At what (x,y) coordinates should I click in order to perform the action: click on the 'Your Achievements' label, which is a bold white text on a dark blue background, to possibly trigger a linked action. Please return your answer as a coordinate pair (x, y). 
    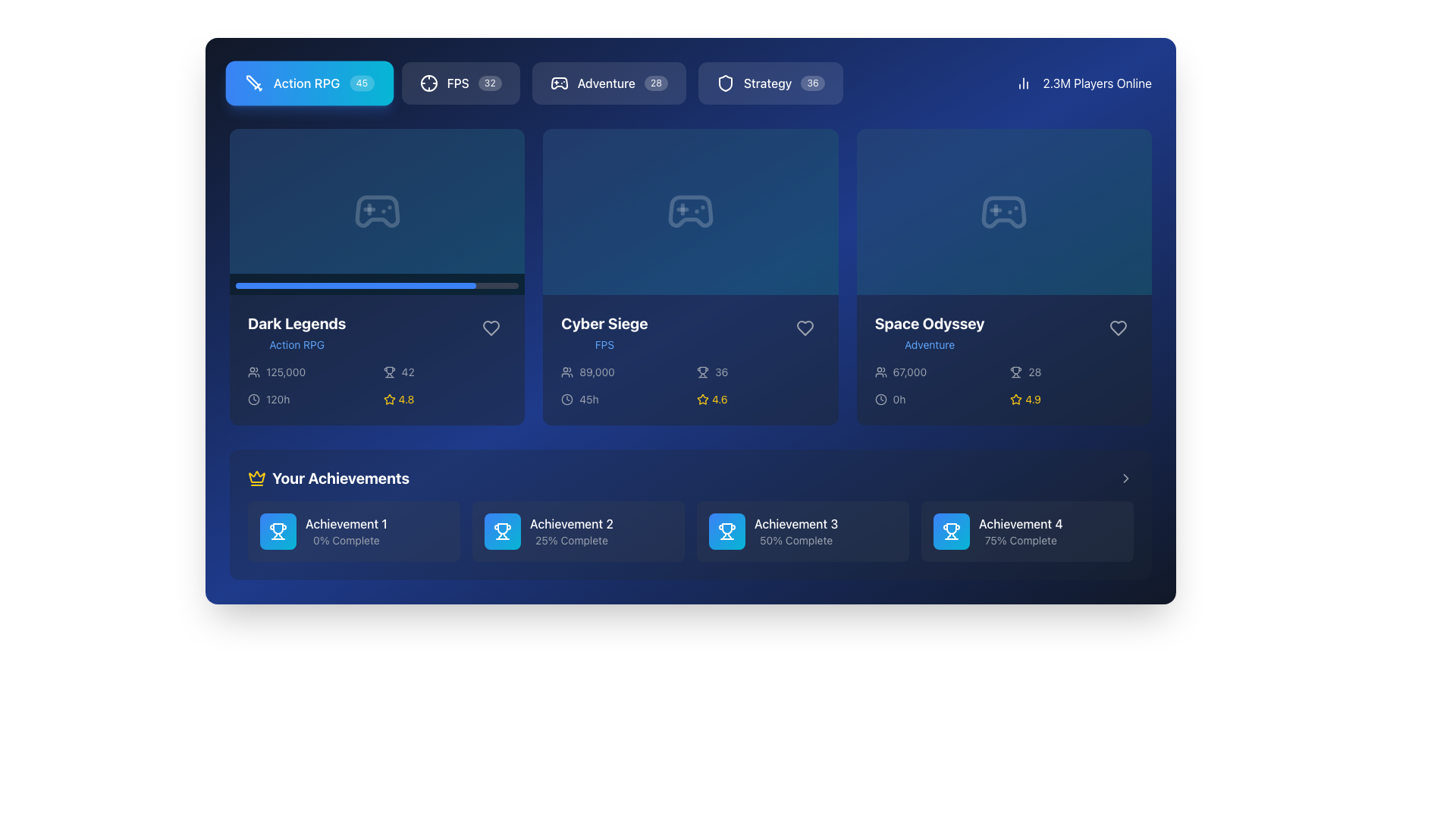
    Looking at the image, I should click on (340, 479).